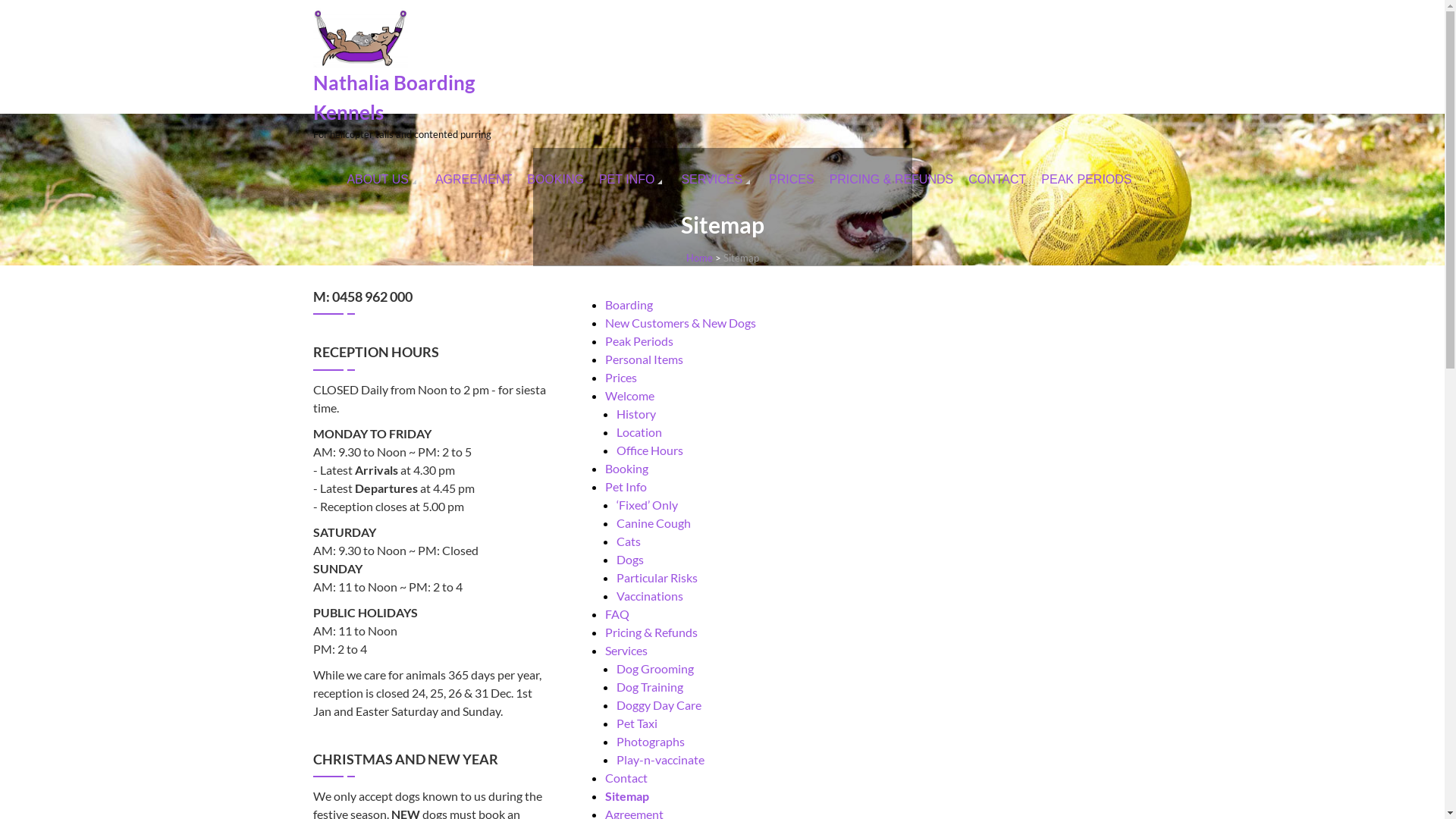 The width and height of the screenshot is (1456, 819). What do you see at coordinates (629, 540) in the screenshot?
I see `'Cats'` at bounding box center [629, 540].